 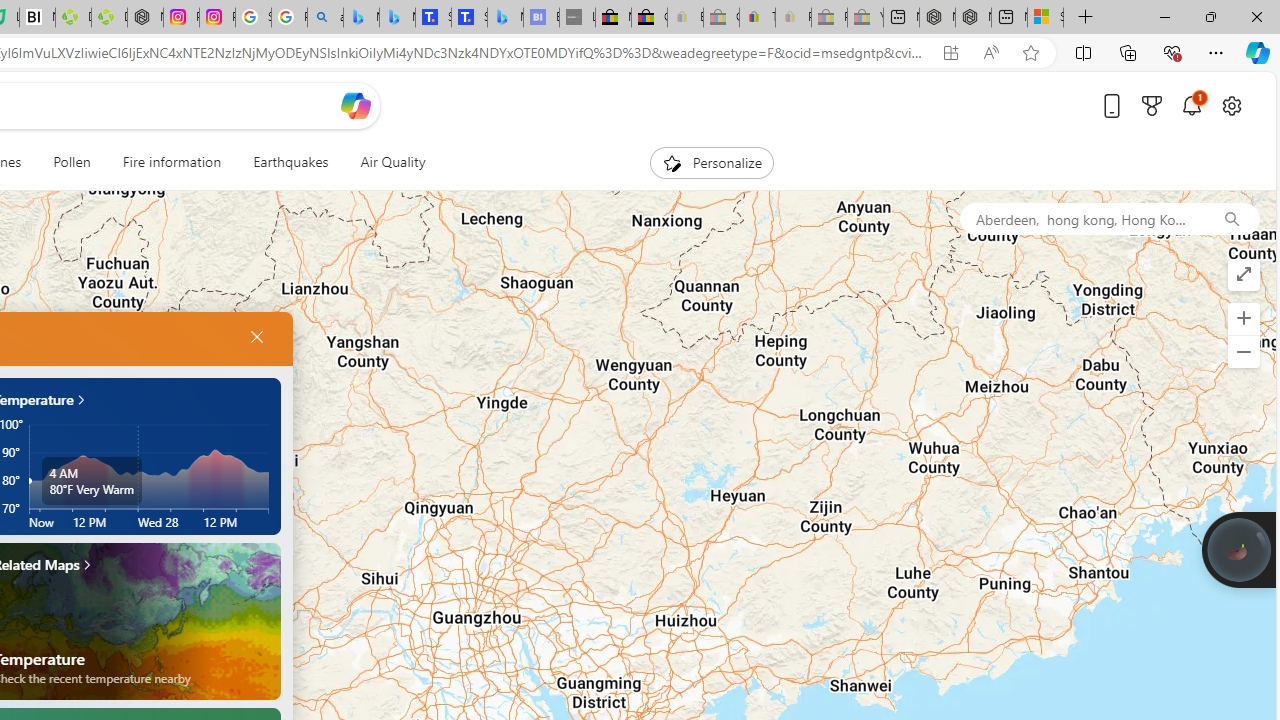 What do you see at coordinates (711, 162) in the screenshot?
I see `'Personalize'` at bounding box center [711, 162].